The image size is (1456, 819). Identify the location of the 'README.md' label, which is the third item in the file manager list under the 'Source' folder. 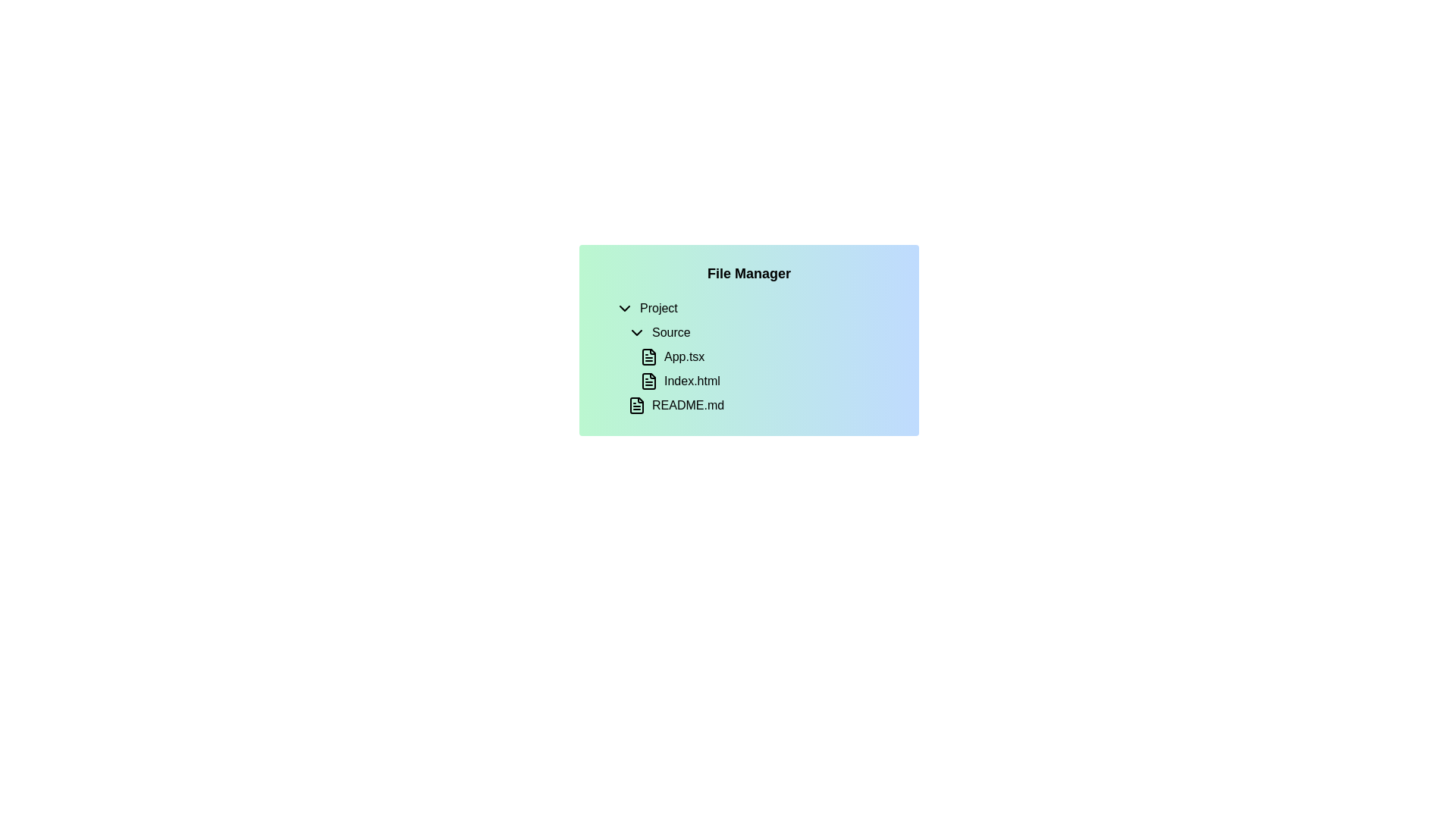
(687, 405).